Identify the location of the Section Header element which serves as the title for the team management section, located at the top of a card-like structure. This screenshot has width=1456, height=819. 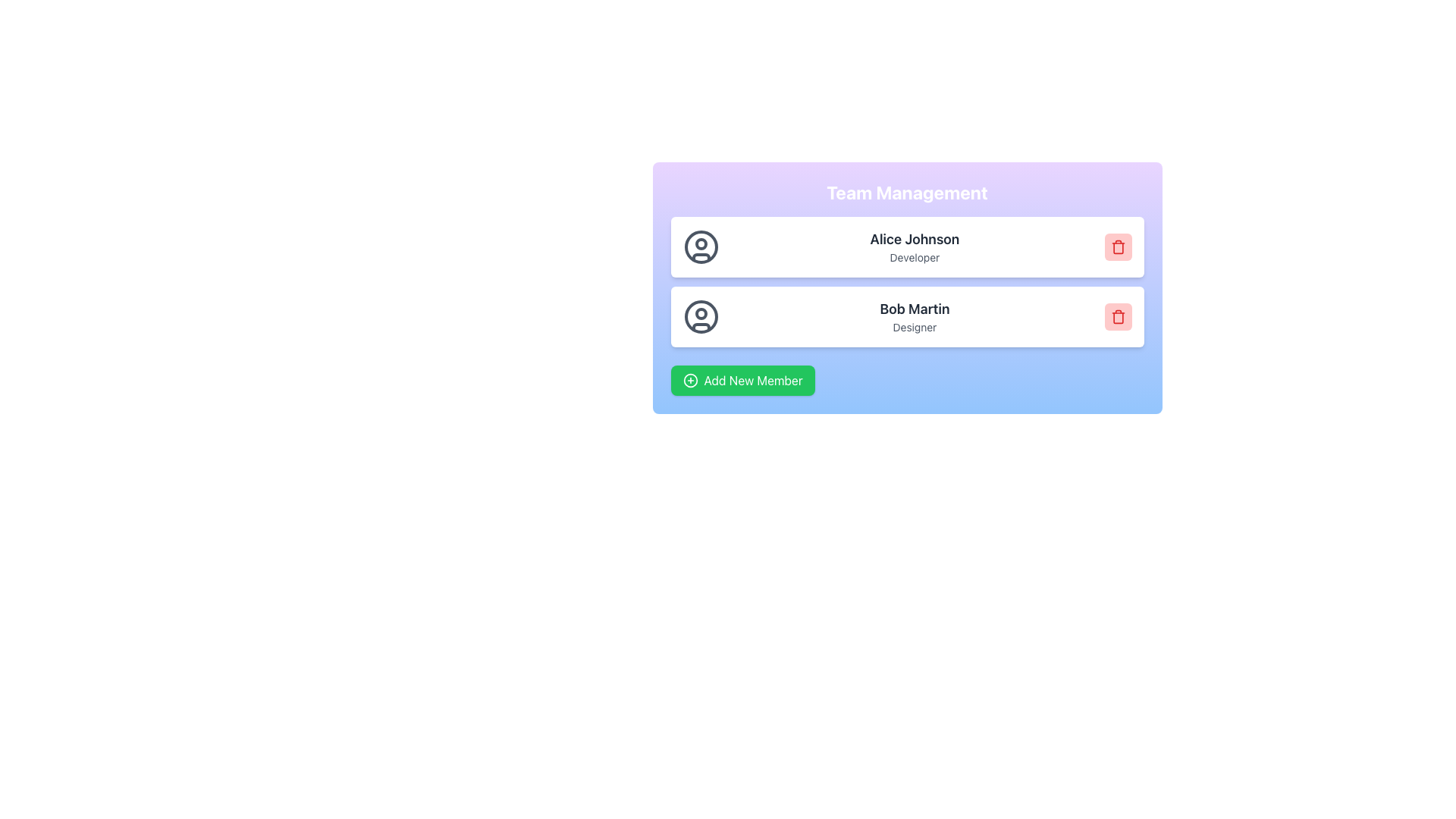
(907, 192).